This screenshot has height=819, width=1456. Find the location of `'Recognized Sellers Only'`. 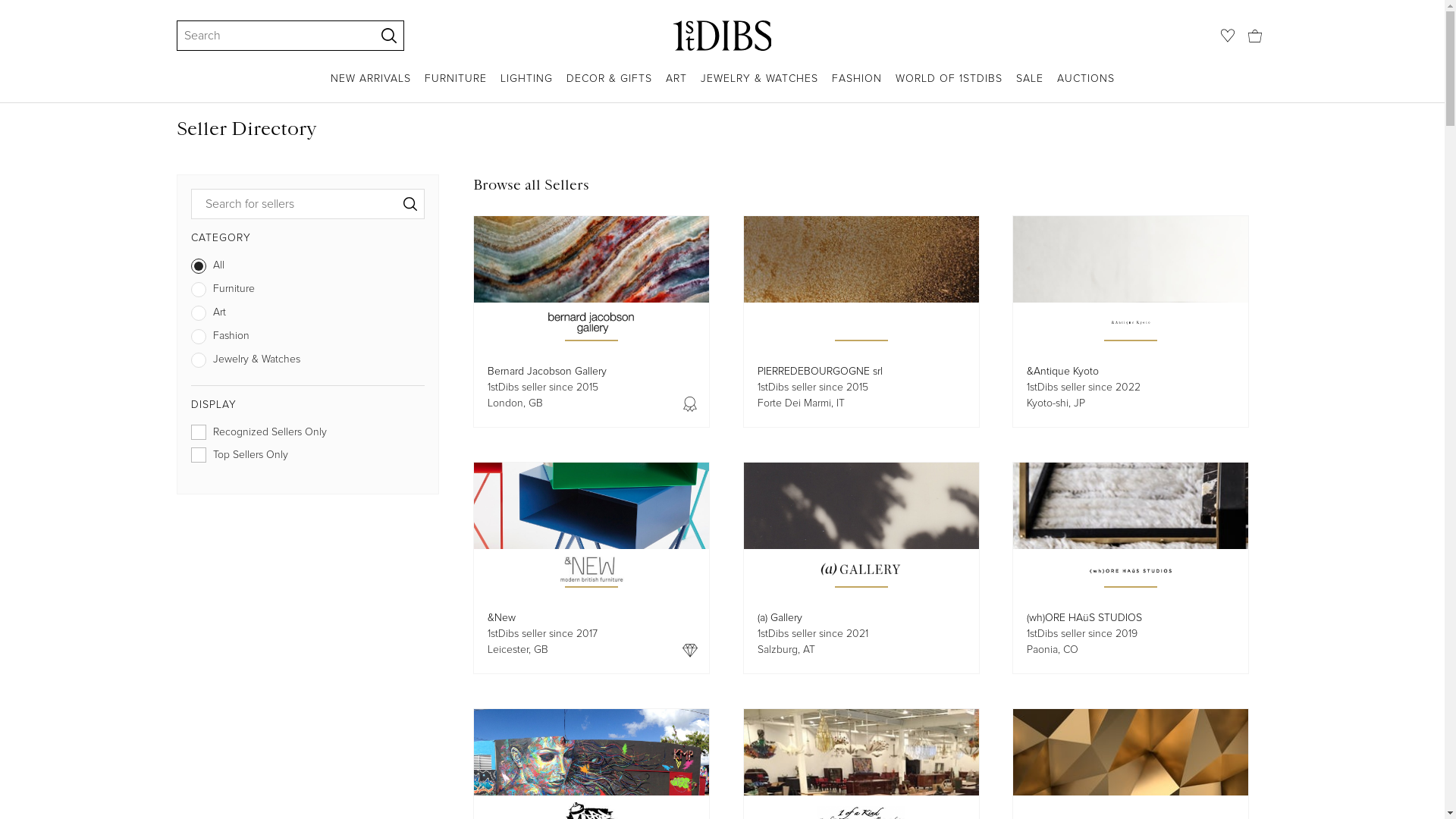

'Recognized Sellers Only' is located at coordinates (307, 435).